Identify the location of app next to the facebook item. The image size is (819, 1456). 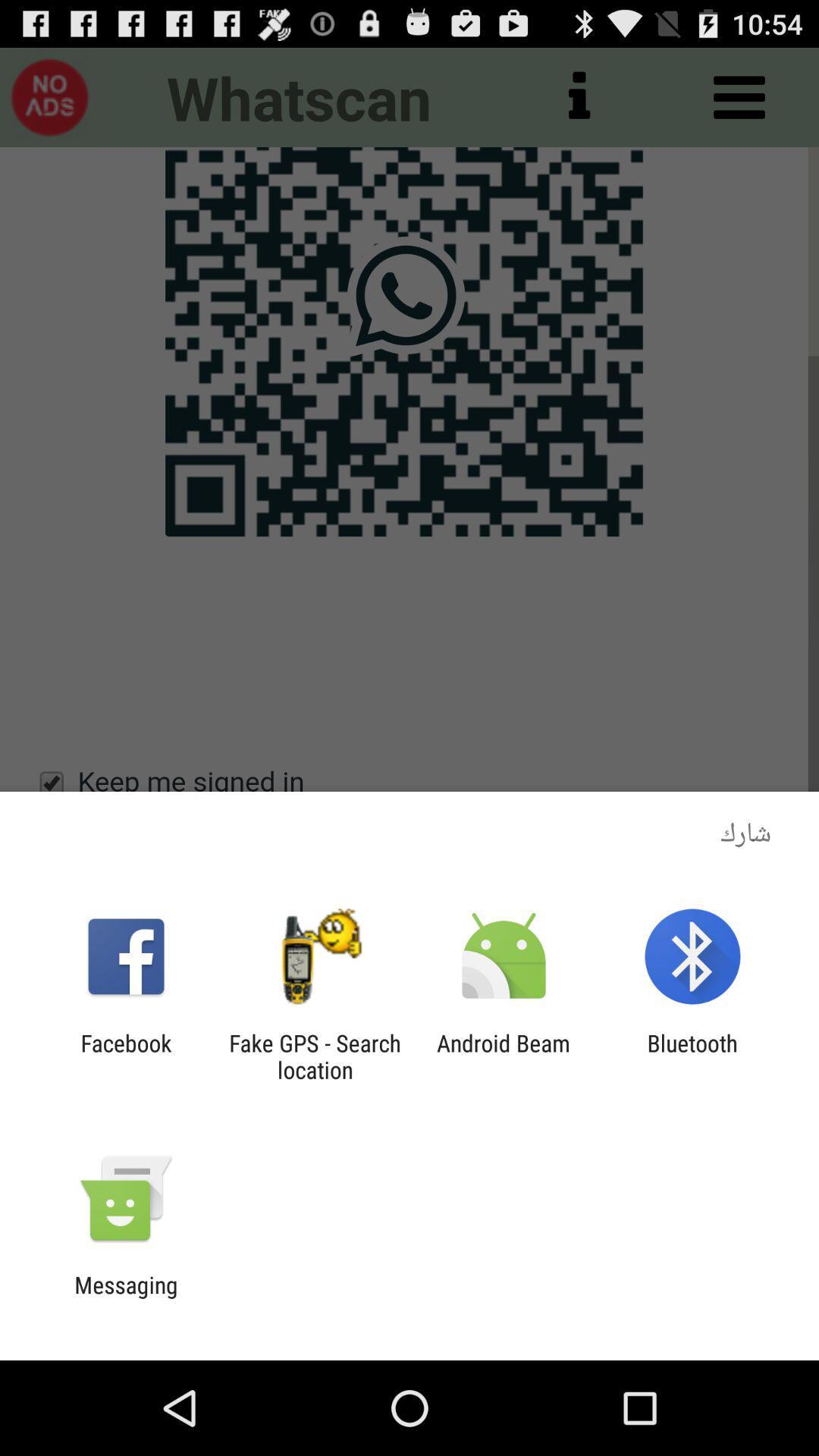
(314, 1056).